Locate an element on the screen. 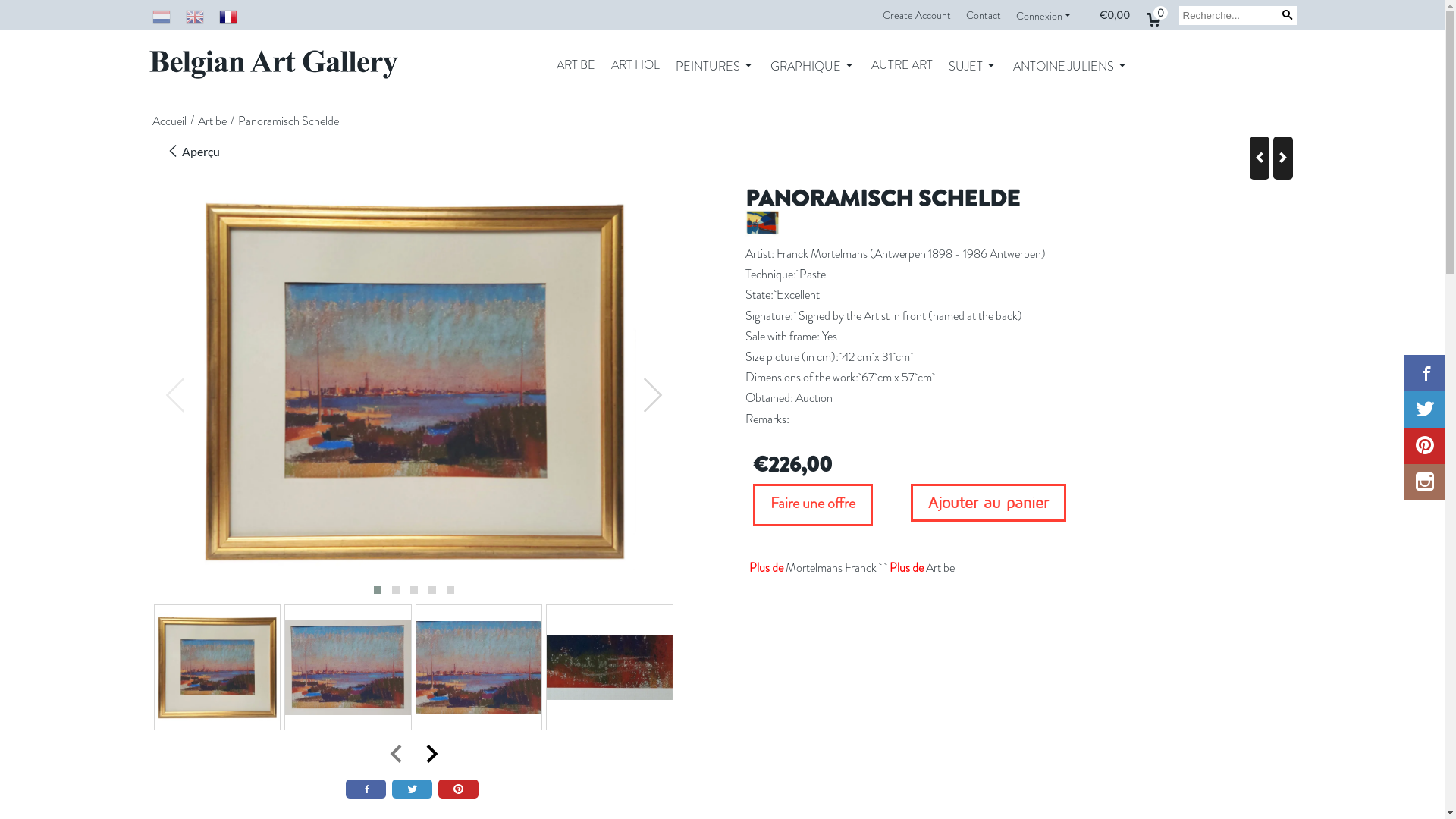 The height and width of the screenshot is (819, 1456). 'Connexion' is located at coordinates (1043, 15).